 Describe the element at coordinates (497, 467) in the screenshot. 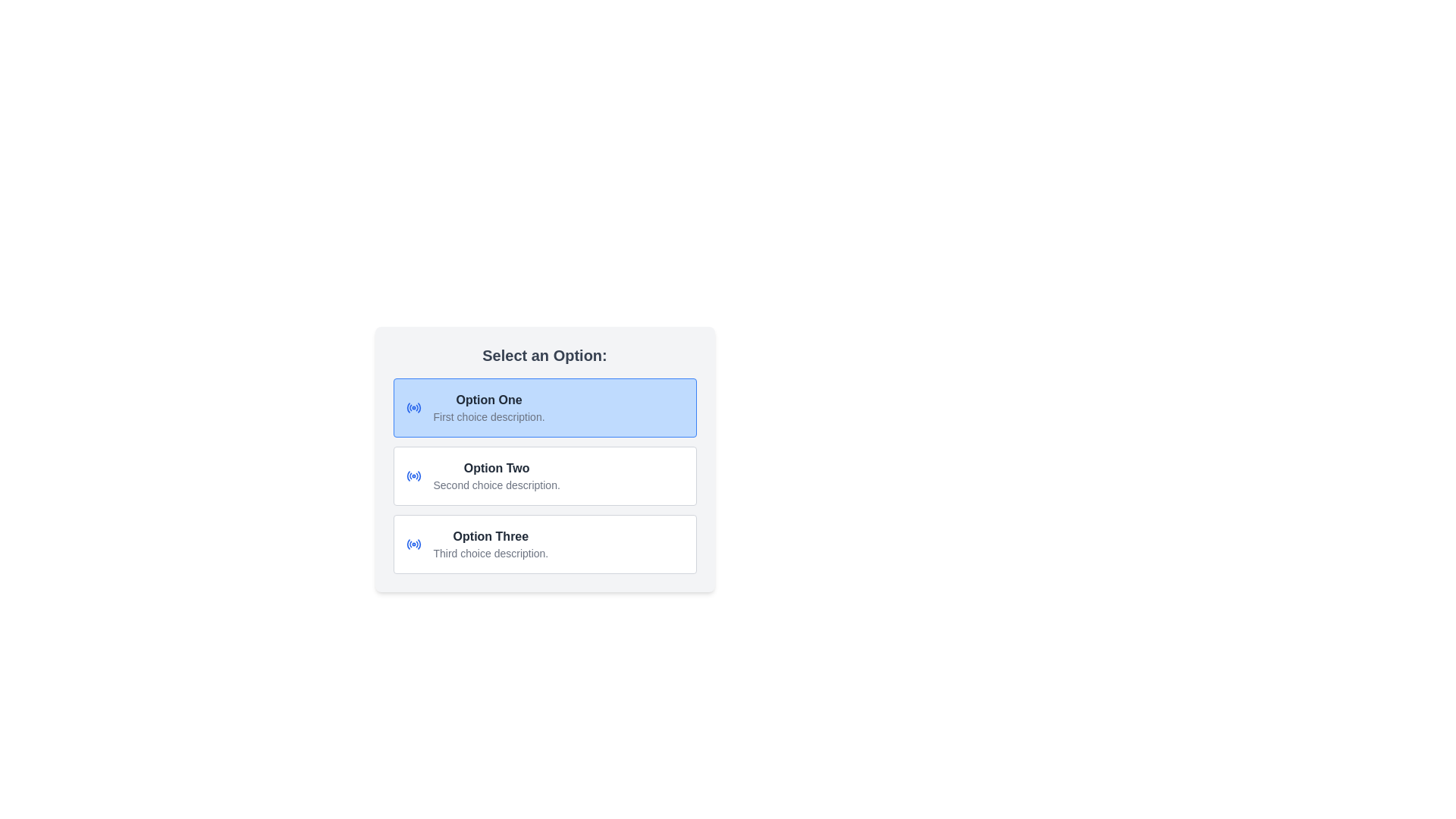

I see `the text label 'Option Two', which is the header for the second option in a vertical list of selectable choices, positioned below 'Option One' and above 'Option Three'` at that location.